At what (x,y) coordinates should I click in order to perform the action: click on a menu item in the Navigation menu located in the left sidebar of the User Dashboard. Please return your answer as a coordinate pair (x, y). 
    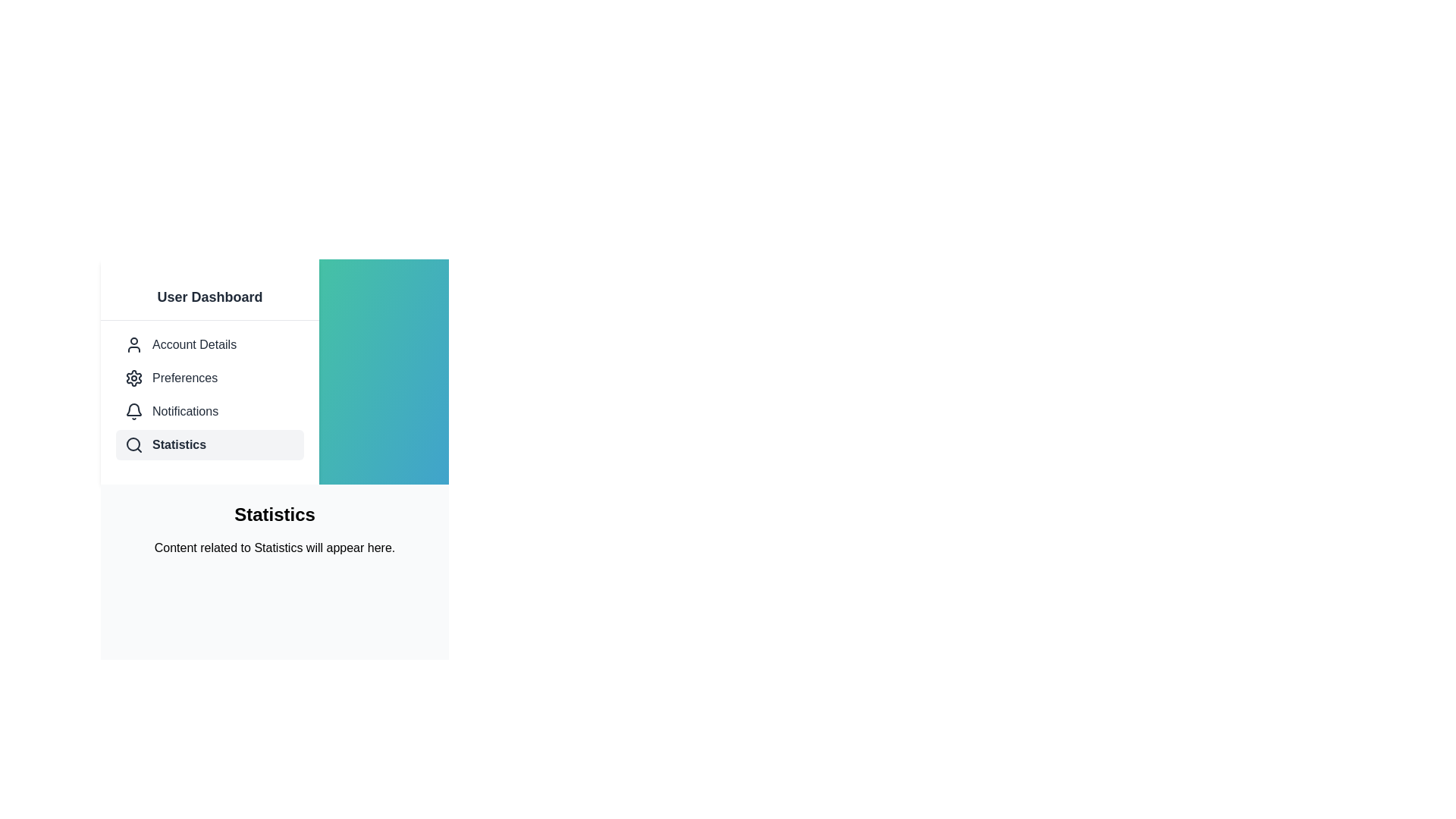
    Looking at the image, I should click on (209, 394).